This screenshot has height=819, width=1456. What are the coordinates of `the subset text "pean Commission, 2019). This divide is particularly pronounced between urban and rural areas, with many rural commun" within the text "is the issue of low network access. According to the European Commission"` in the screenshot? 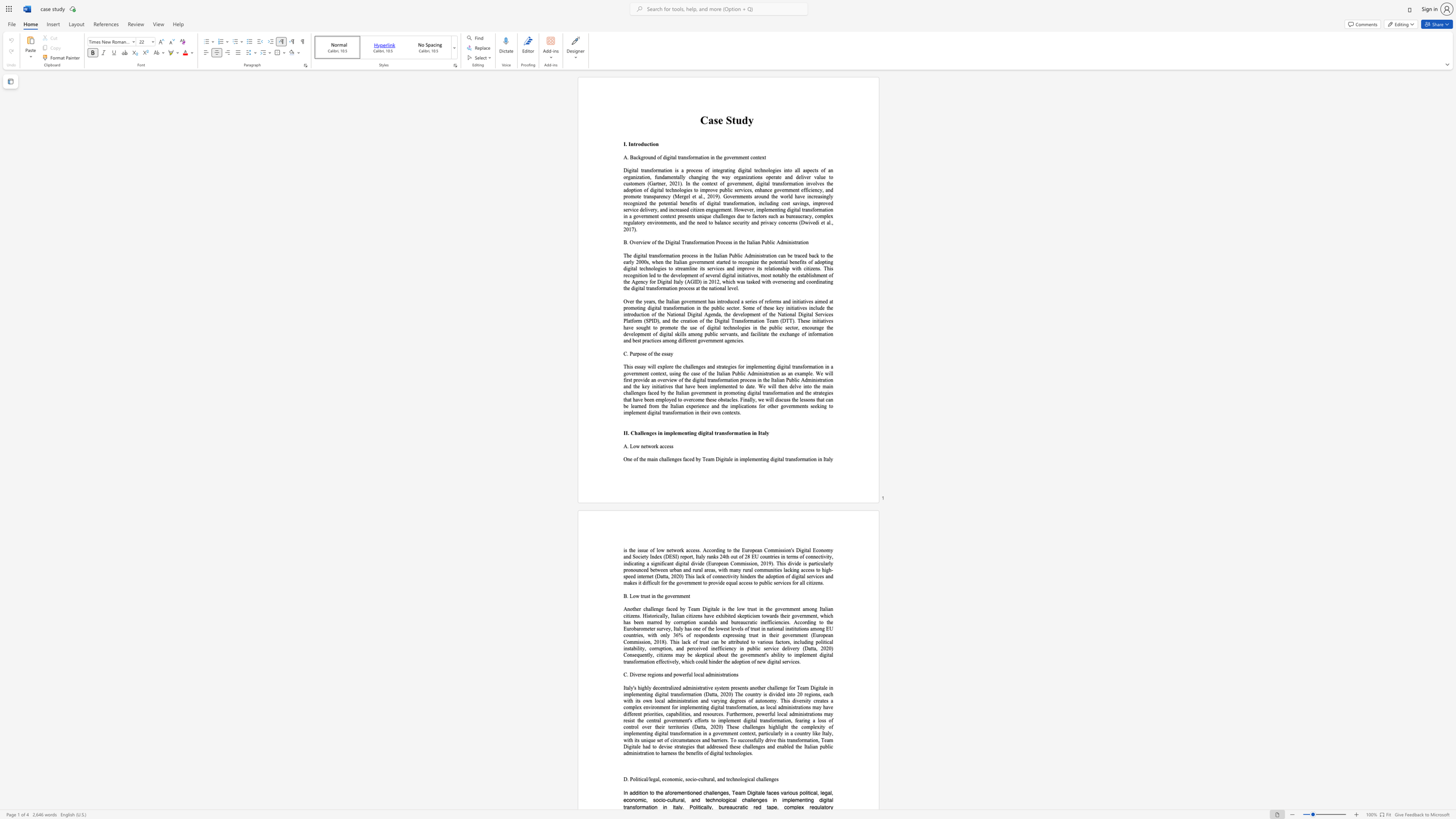 It's located at (718, 563).